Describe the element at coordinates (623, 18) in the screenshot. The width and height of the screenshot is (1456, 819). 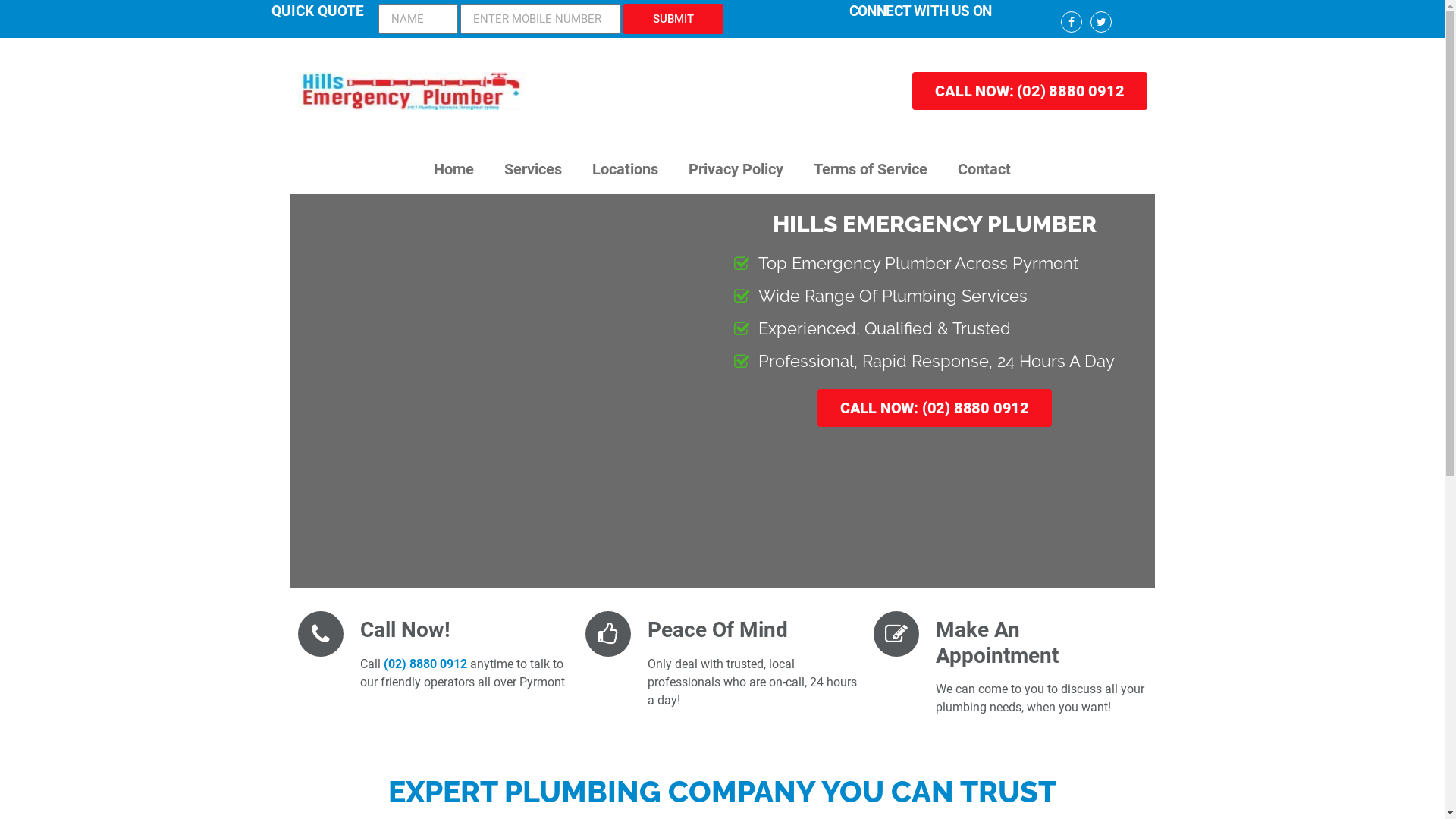
I see `'SUBMIT'` at that location.